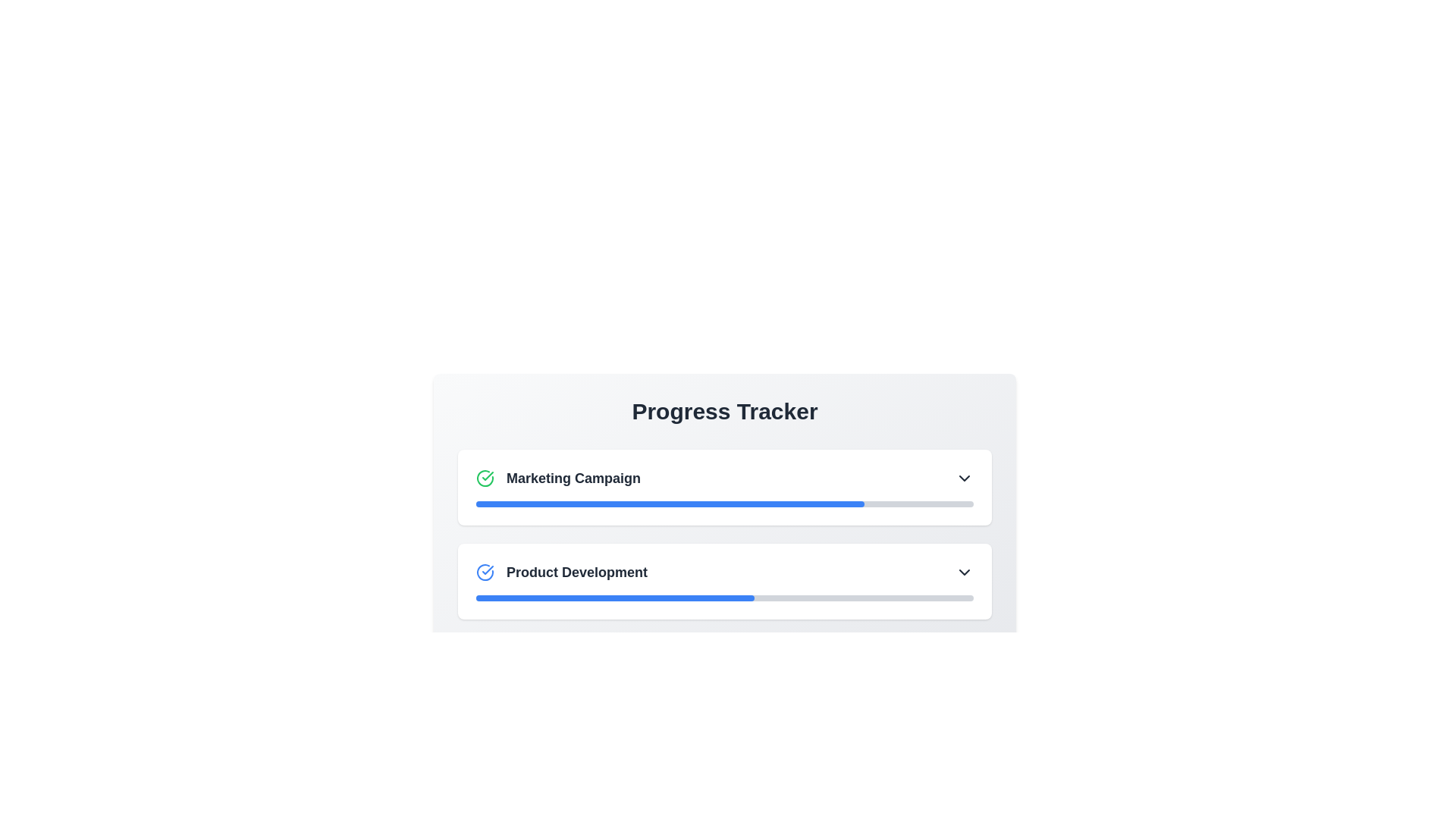 This screenshot has width=1456, height=819. Describe the element at coordinates (723, 504) in the screenshot. I see `the horizontal progress bar with a blue filled section located within the 'Marketing Campaign' section, positioned directly below the title and icon` at that location.